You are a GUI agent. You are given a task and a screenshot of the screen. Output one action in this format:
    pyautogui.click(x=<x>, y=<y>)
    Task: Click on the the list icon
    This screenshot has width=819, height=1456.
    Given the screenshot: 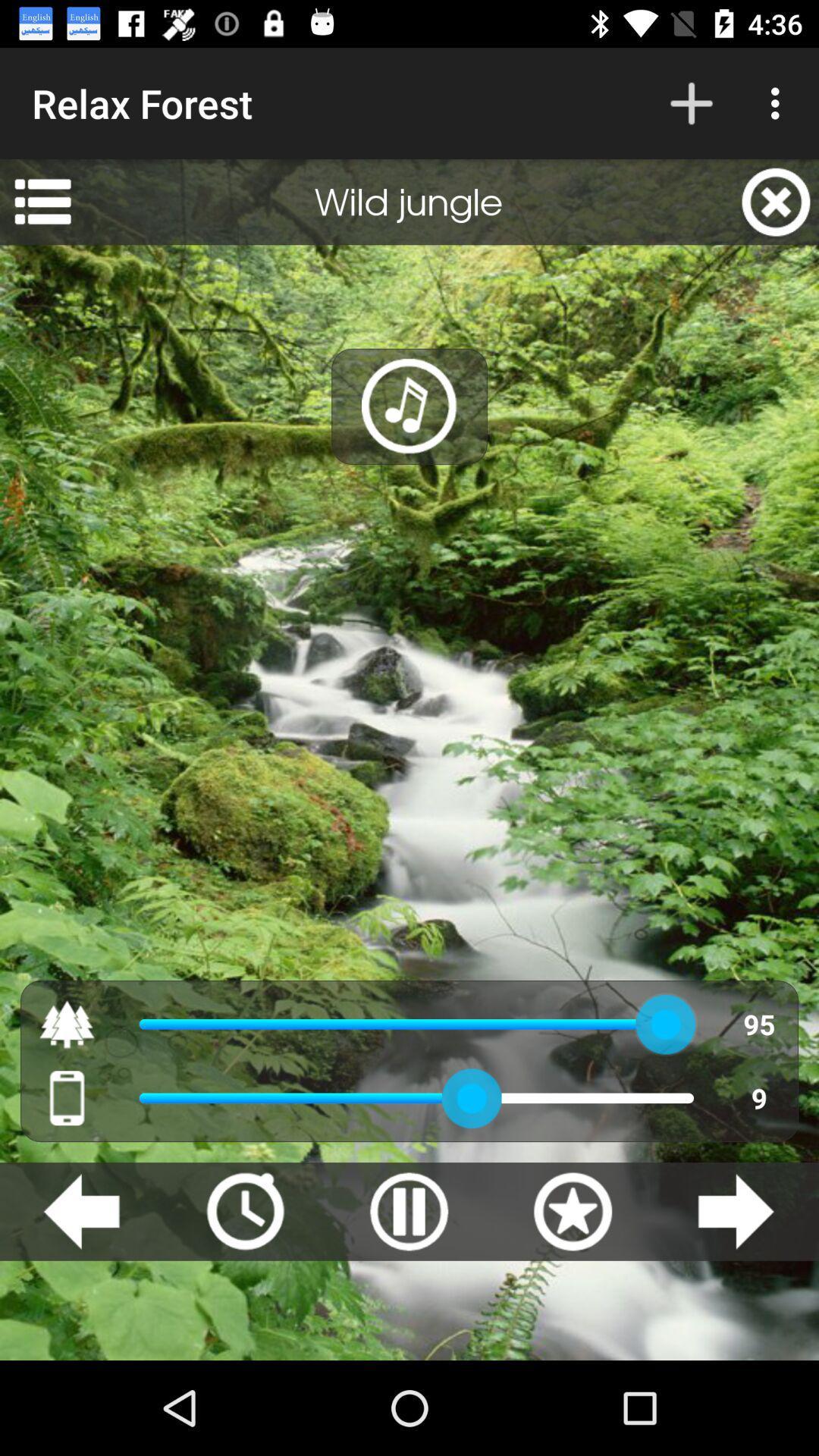 What is the action you would take?
    pyautogui.click(x=42, y=201)
    